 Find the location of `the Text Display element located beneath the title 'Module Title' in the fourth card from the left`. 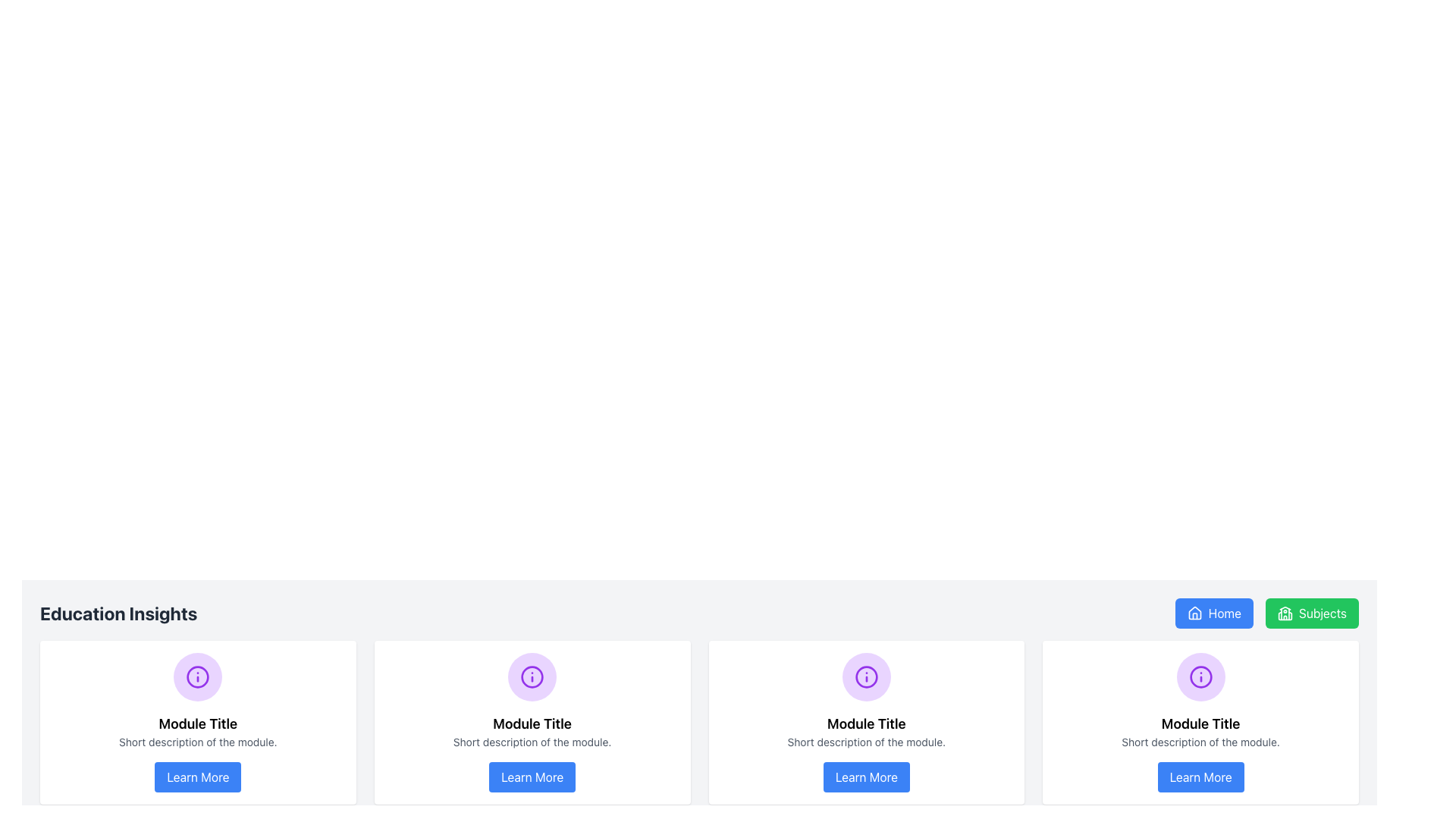

the Text Display element located beneath the title 'Module Title' in the fourth card from the left is located at coordinates (1200, 742).